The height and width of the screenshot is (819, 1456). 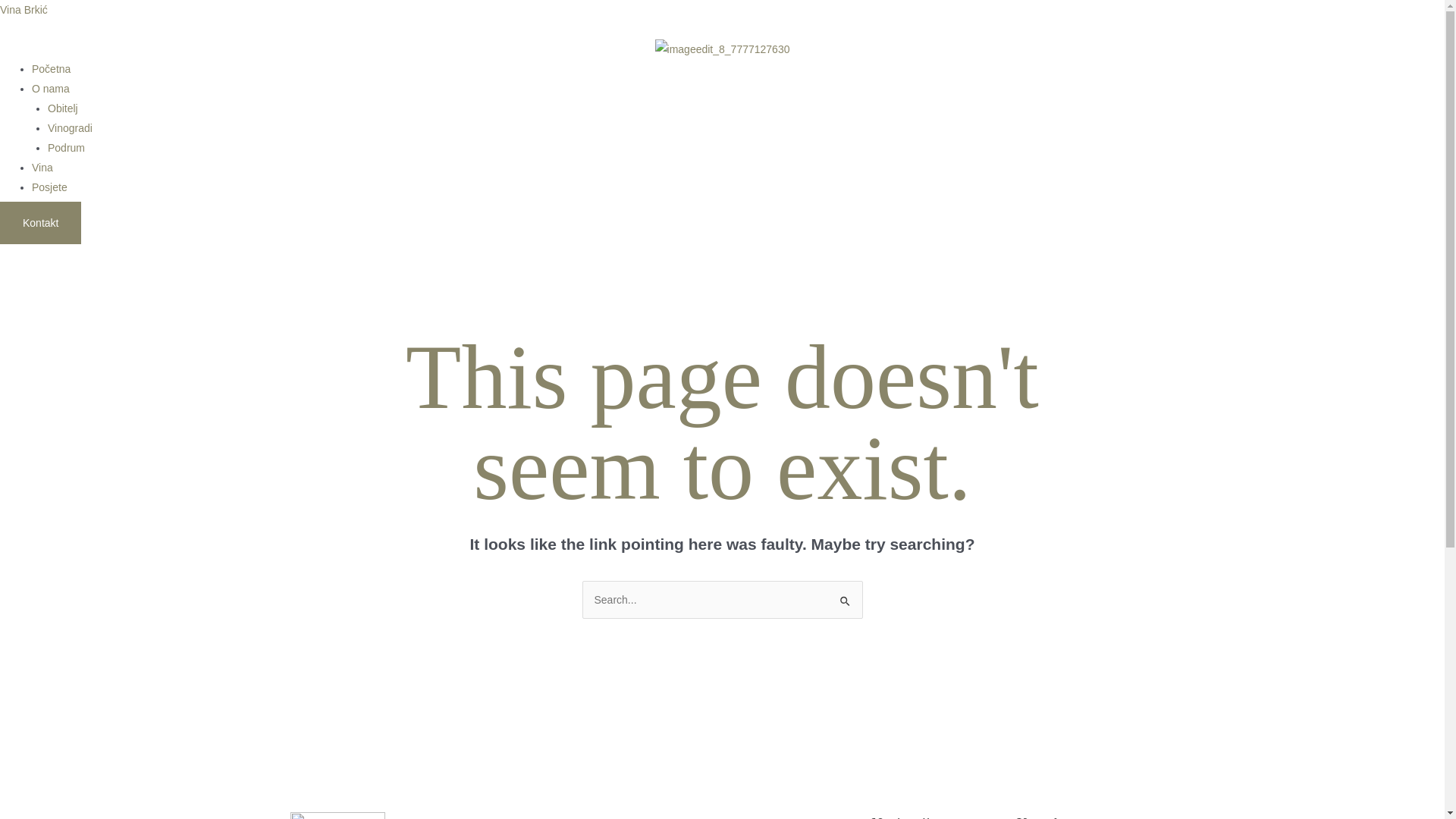 I want to click on 'Search', so click(x=844, y=595).